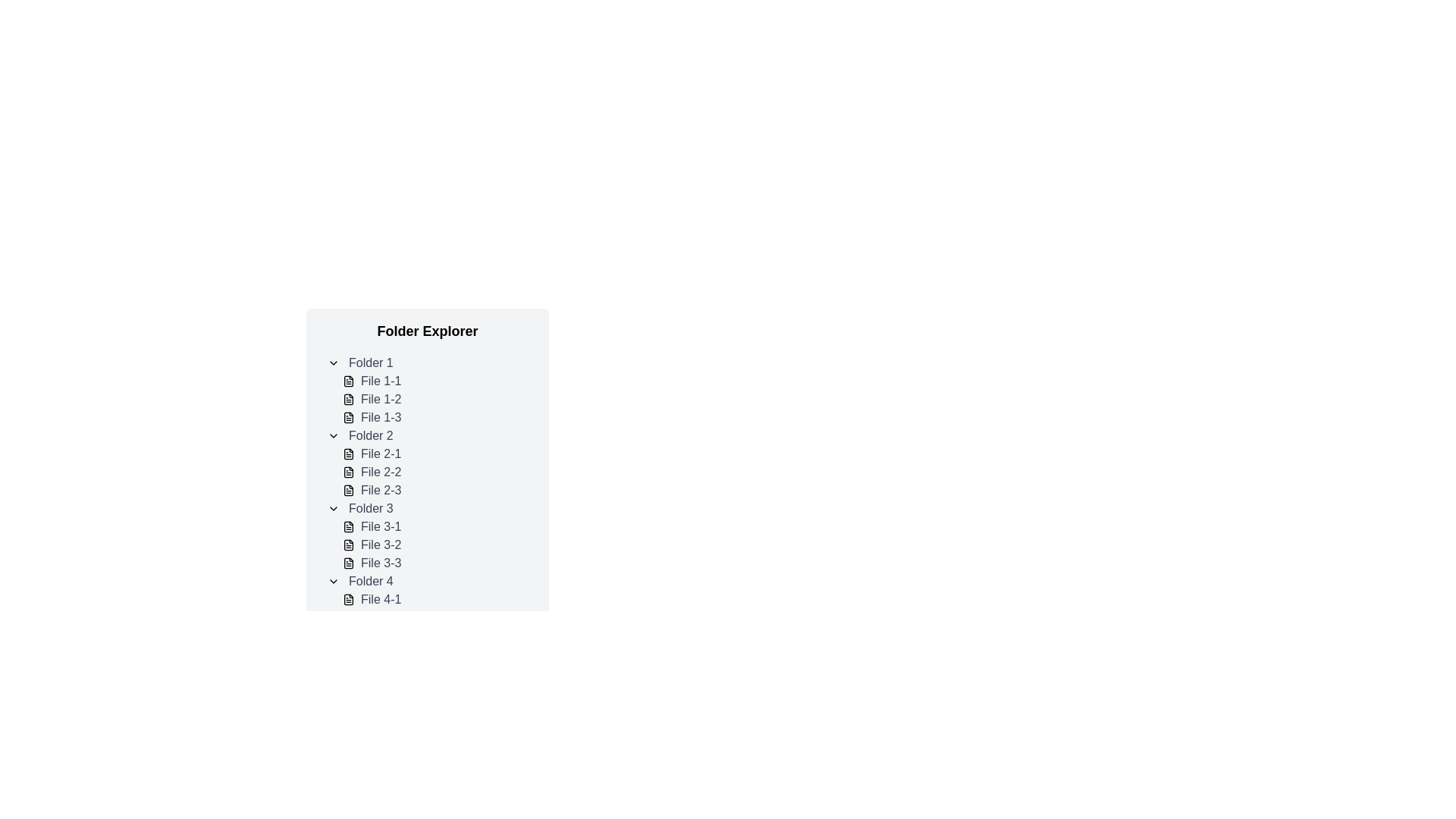  I want to click on the 'Folder Explorer' text label, which is a prominently styled header at the top of the list-like structure, so click(427, 330).